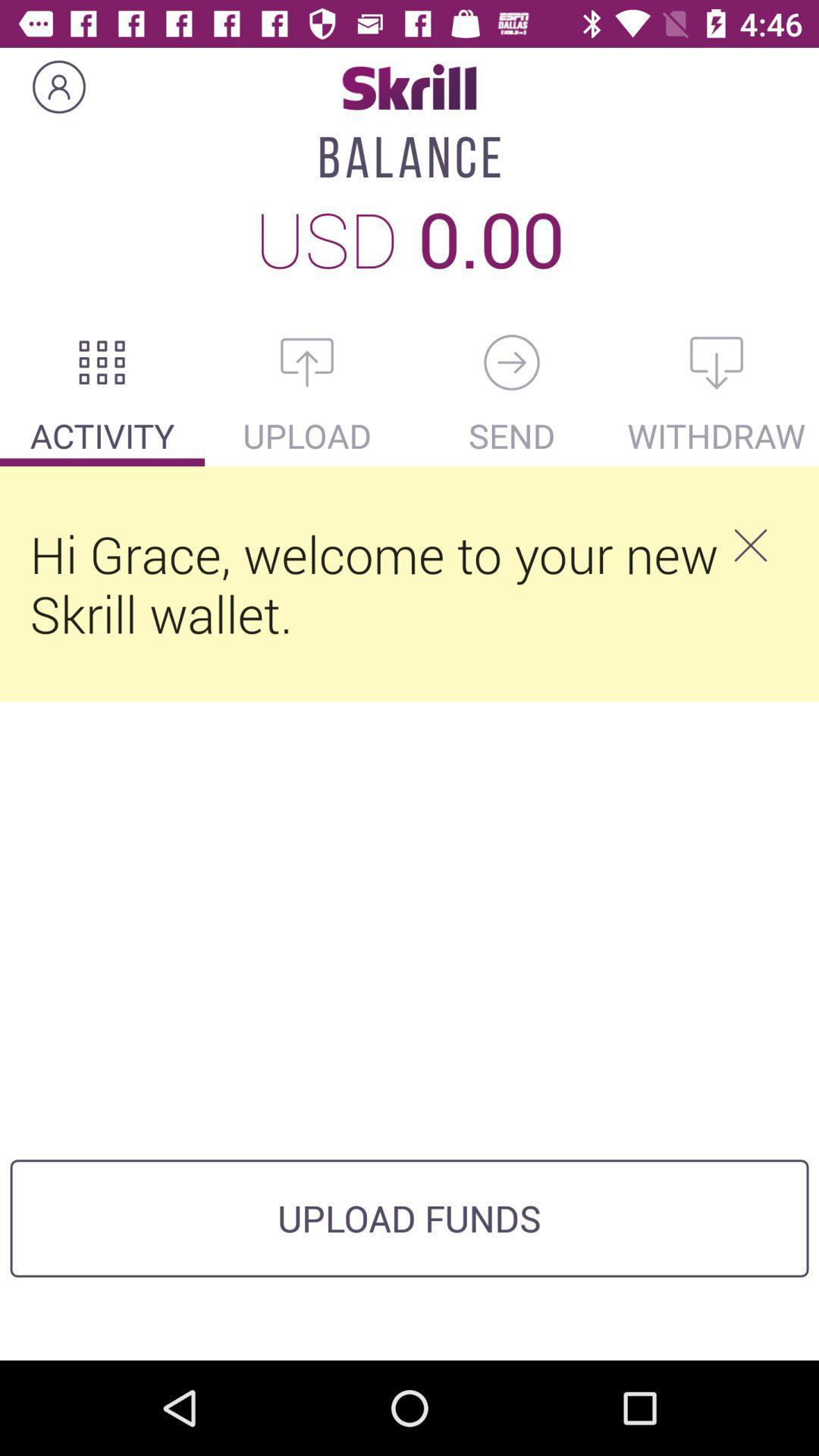 This screenshot has width=819, height=1456. What do you see at coordinates (102, 362) in the screenshot?
I see `account activity` at bounding box center [102, 362].